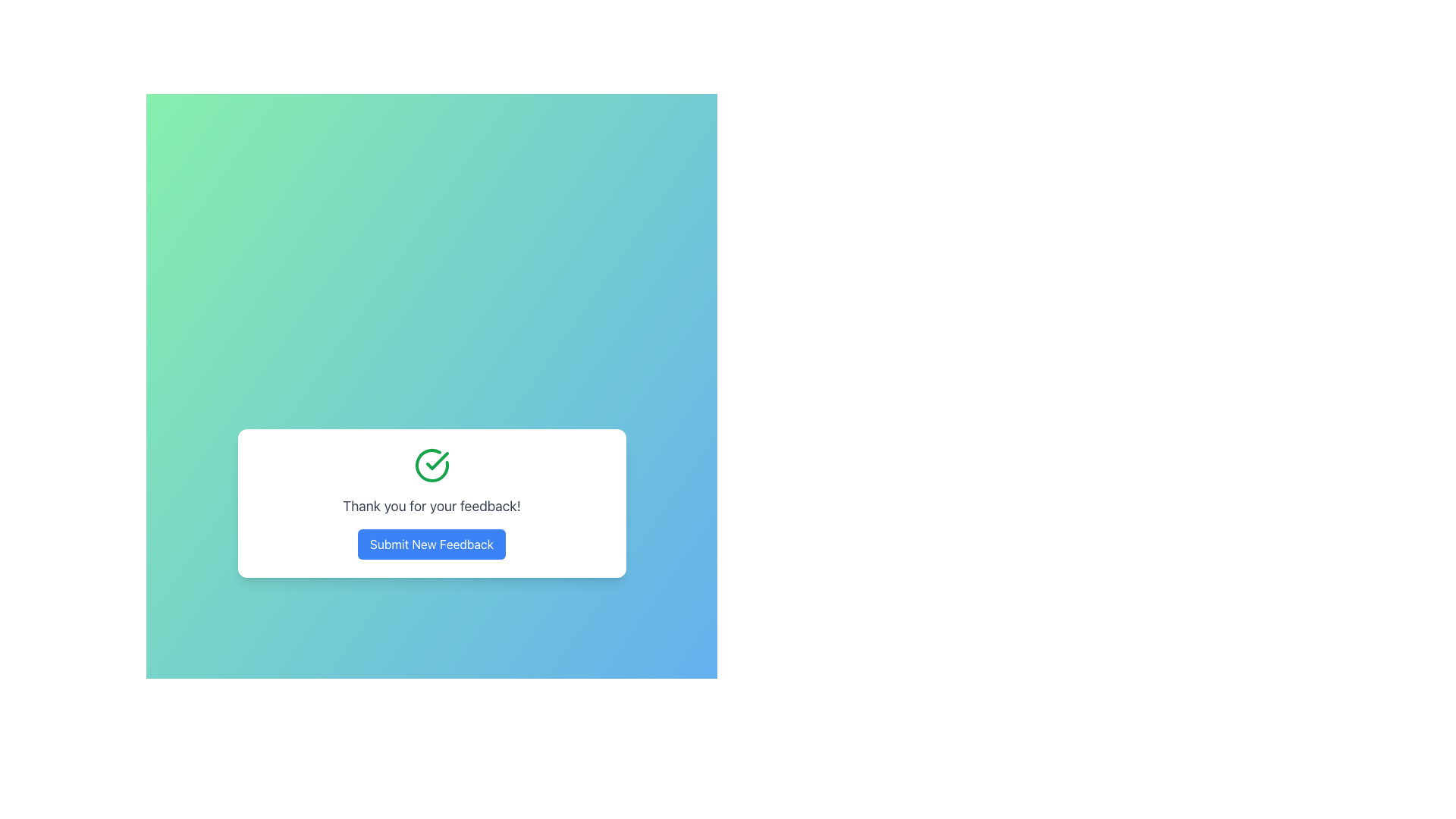 This screenshot has height=819, width=1456. What do you see at coordinates (436, 460) in the screenshot?
I see `the confirmation icon that signifies success status, located in the center-top of the card with a 'Thank you for your feedback!' message` at bounding box center [436, 460].